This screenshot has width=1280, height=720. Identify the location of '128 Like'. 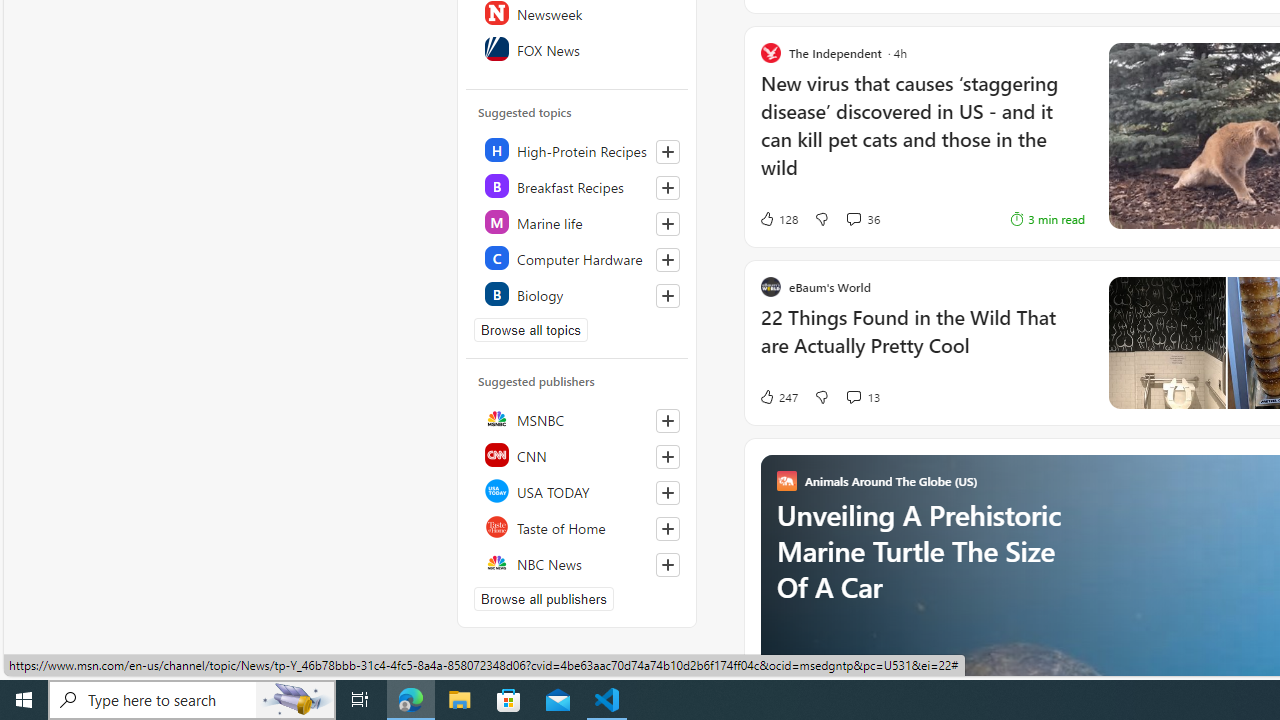
(777, 219).